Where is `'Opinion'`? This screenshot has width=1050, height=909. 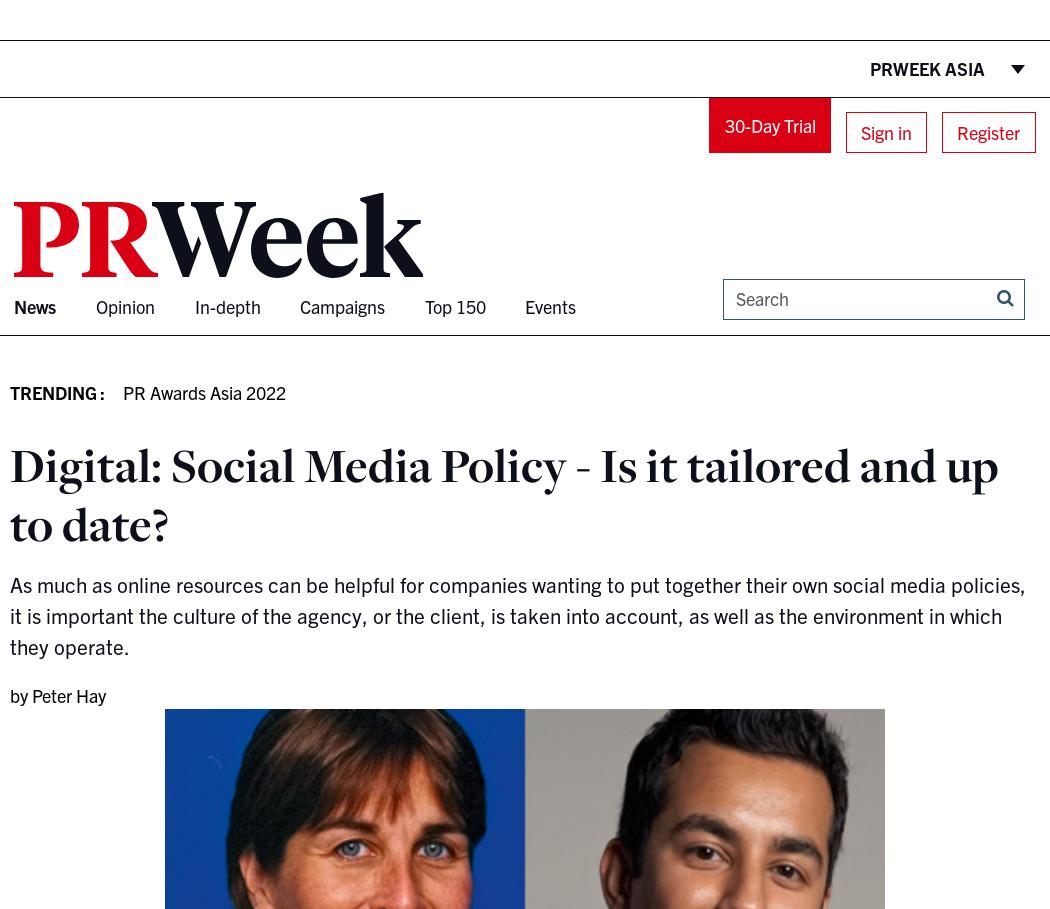
'Opinion' is located at coordinates (123, 305).